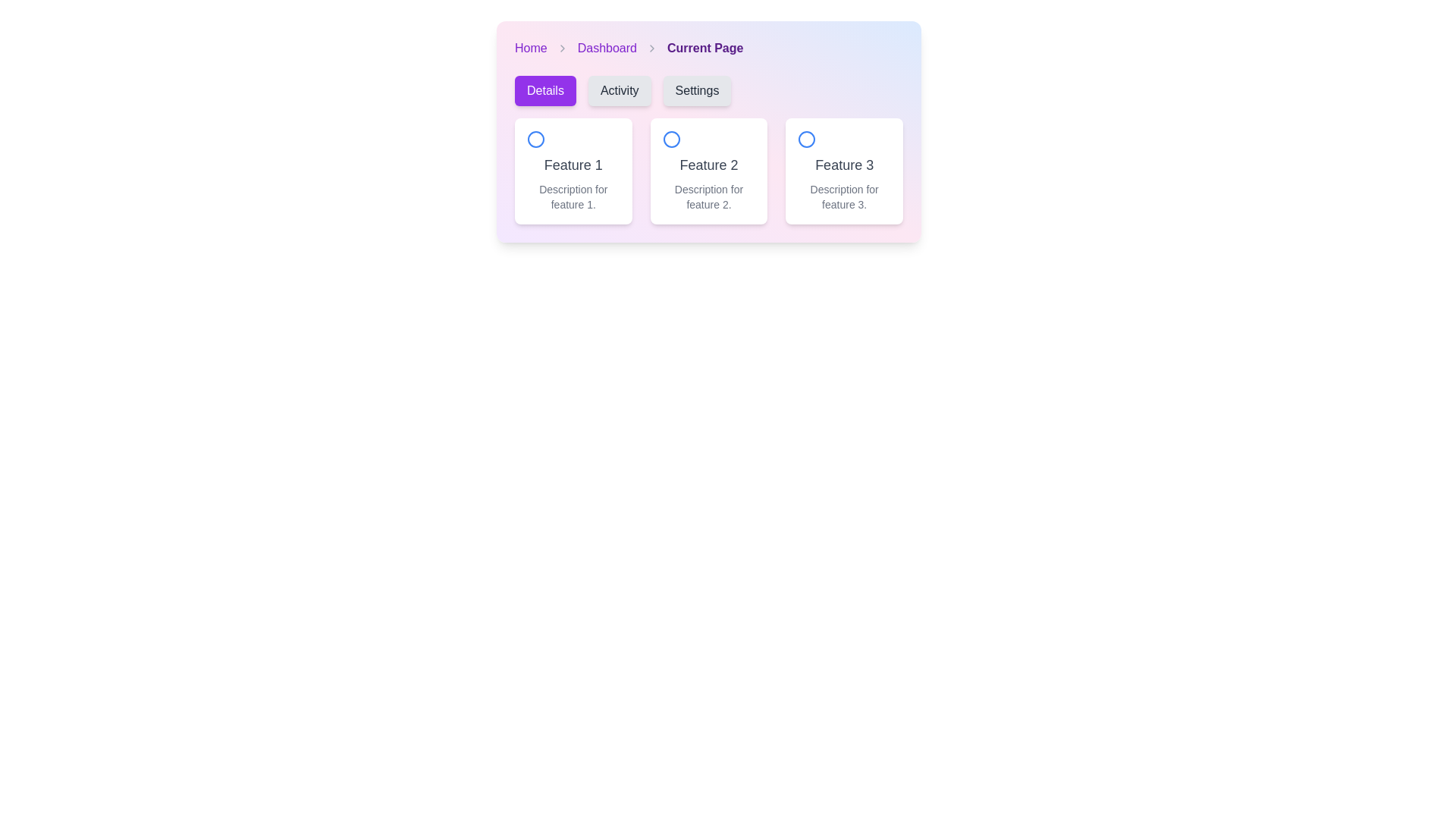 The image size is (1456, 819). Describe the element at coordinates (708, 171) in the screenshot. I see `the 'Feature 2' card` at that location.